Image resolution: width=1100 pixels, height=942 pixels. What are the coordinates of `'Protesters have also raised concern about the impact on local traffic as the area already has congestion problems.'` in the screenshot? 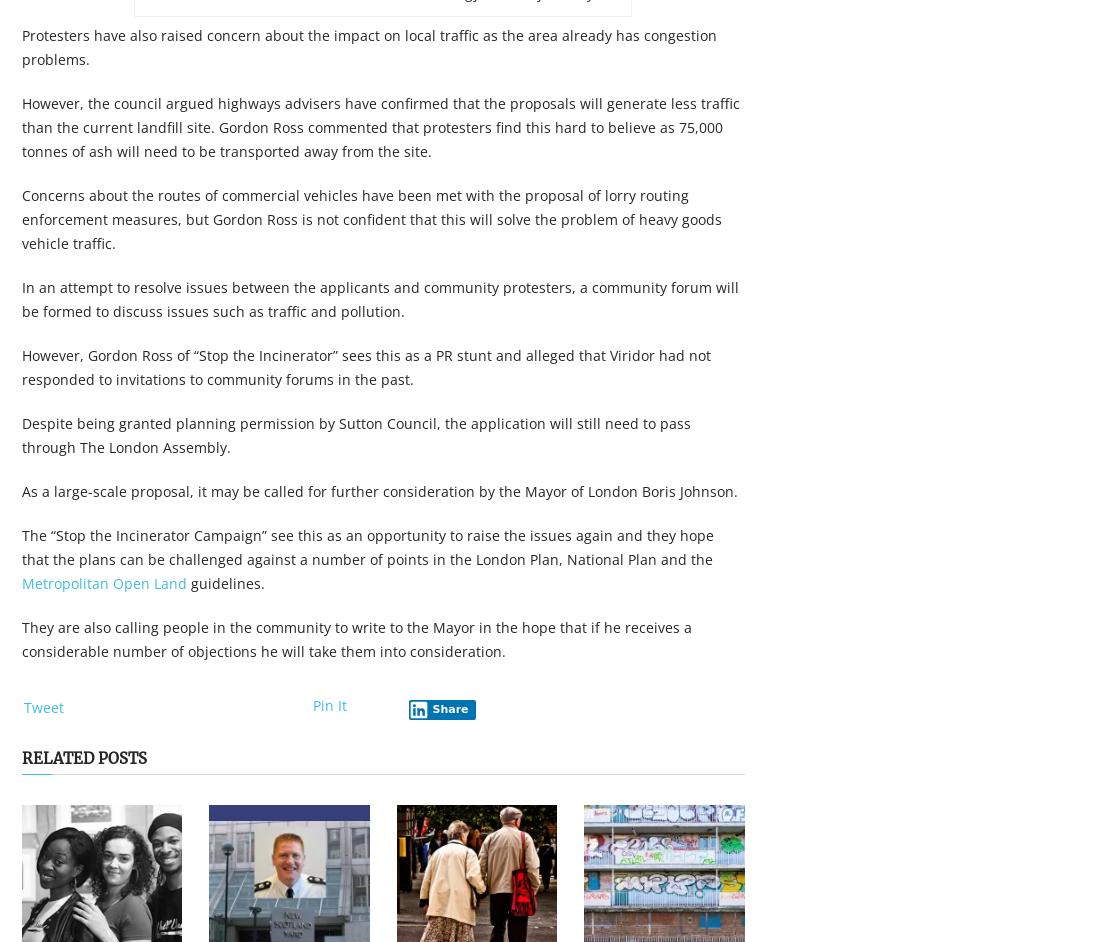 It's located at (369, 47).